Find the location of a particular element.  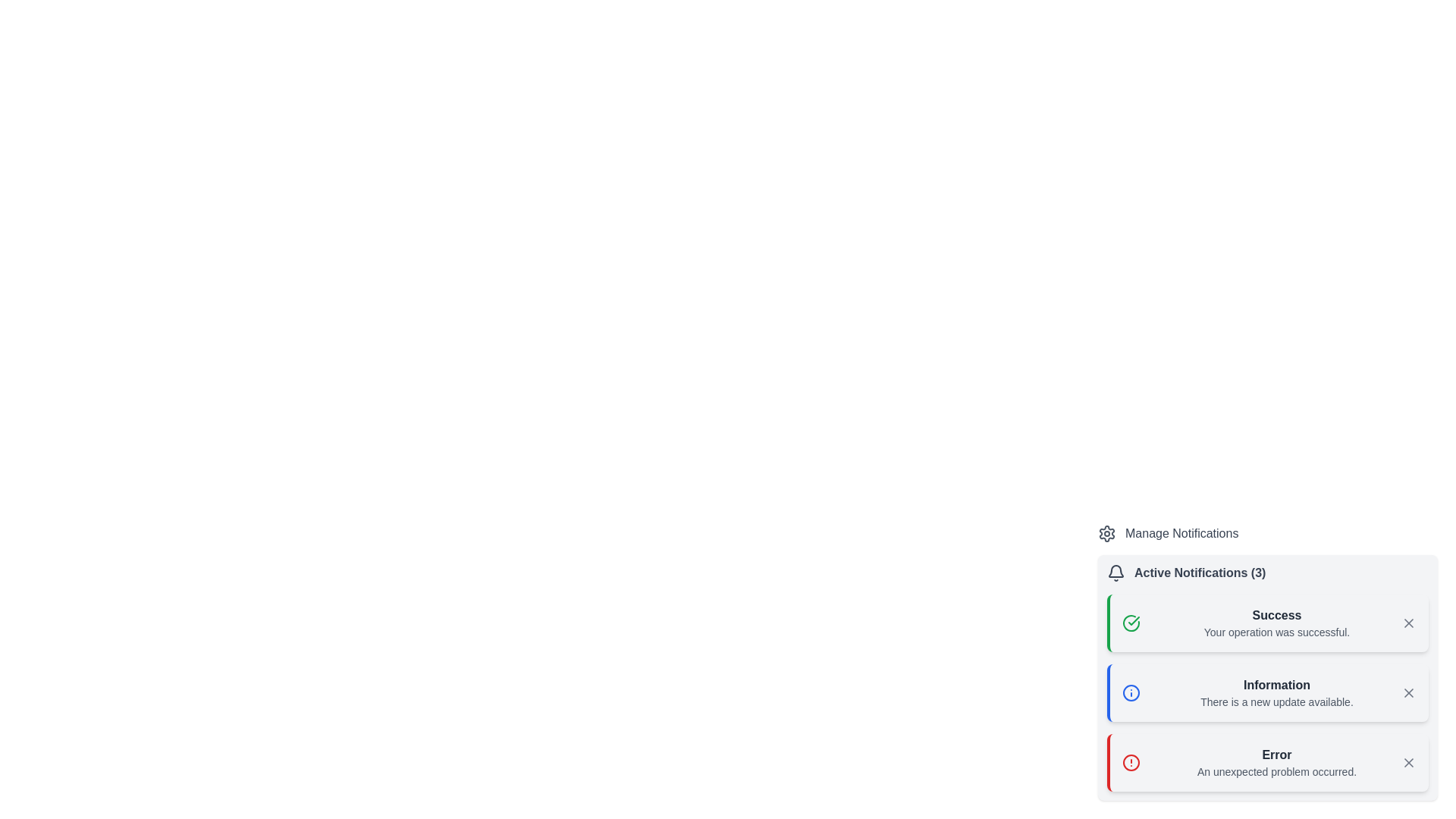

the settings icon located in the 'Manage Notifications' section at the top-right corner of the application interface is located at coordinates (1106, 533).